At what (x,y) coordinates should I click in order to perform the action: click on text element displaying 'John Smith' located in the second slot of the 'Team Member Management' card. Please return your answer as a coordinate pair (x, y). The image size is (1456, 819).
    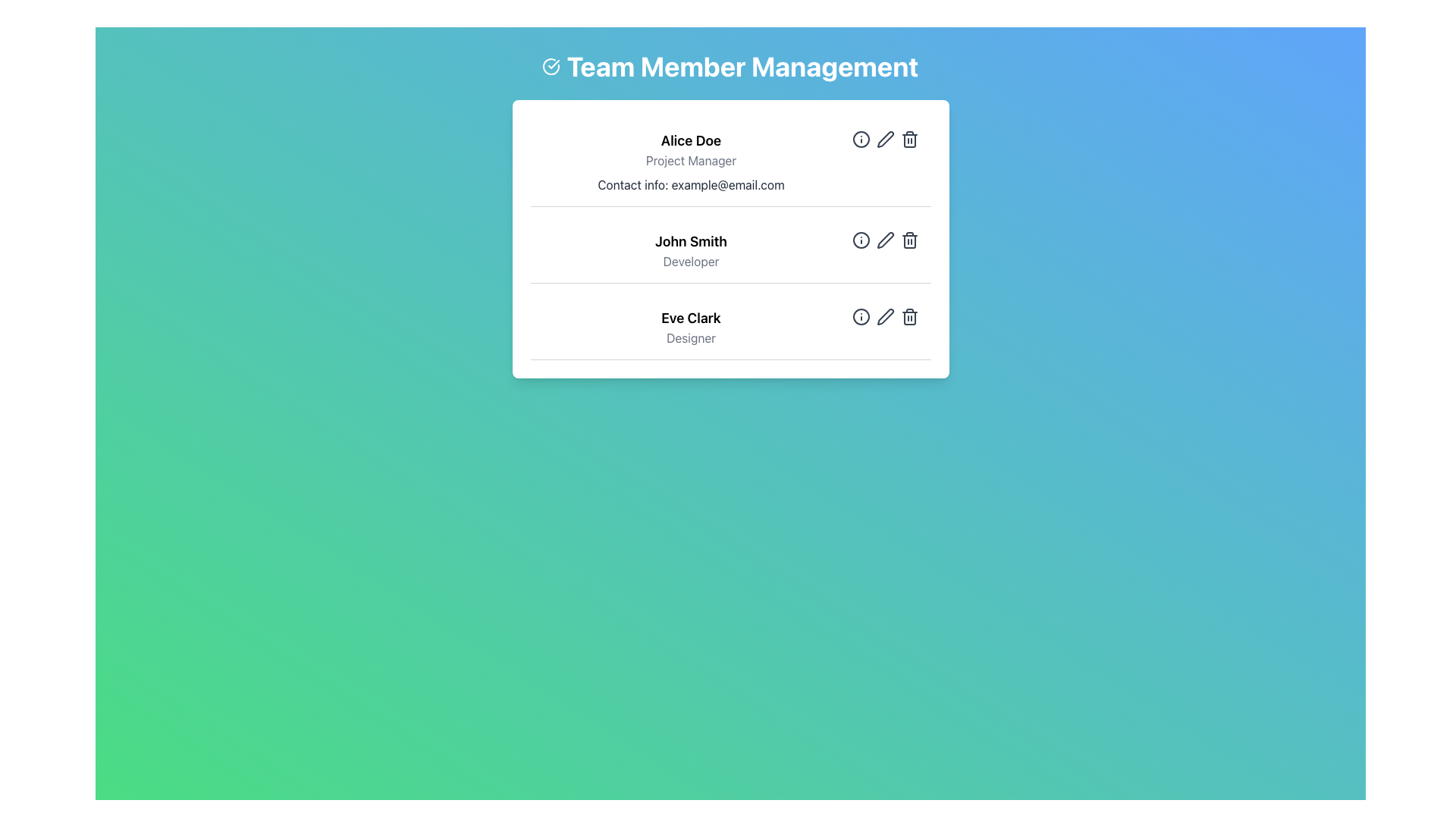
    Looking at the image, I should click on (690, 241).